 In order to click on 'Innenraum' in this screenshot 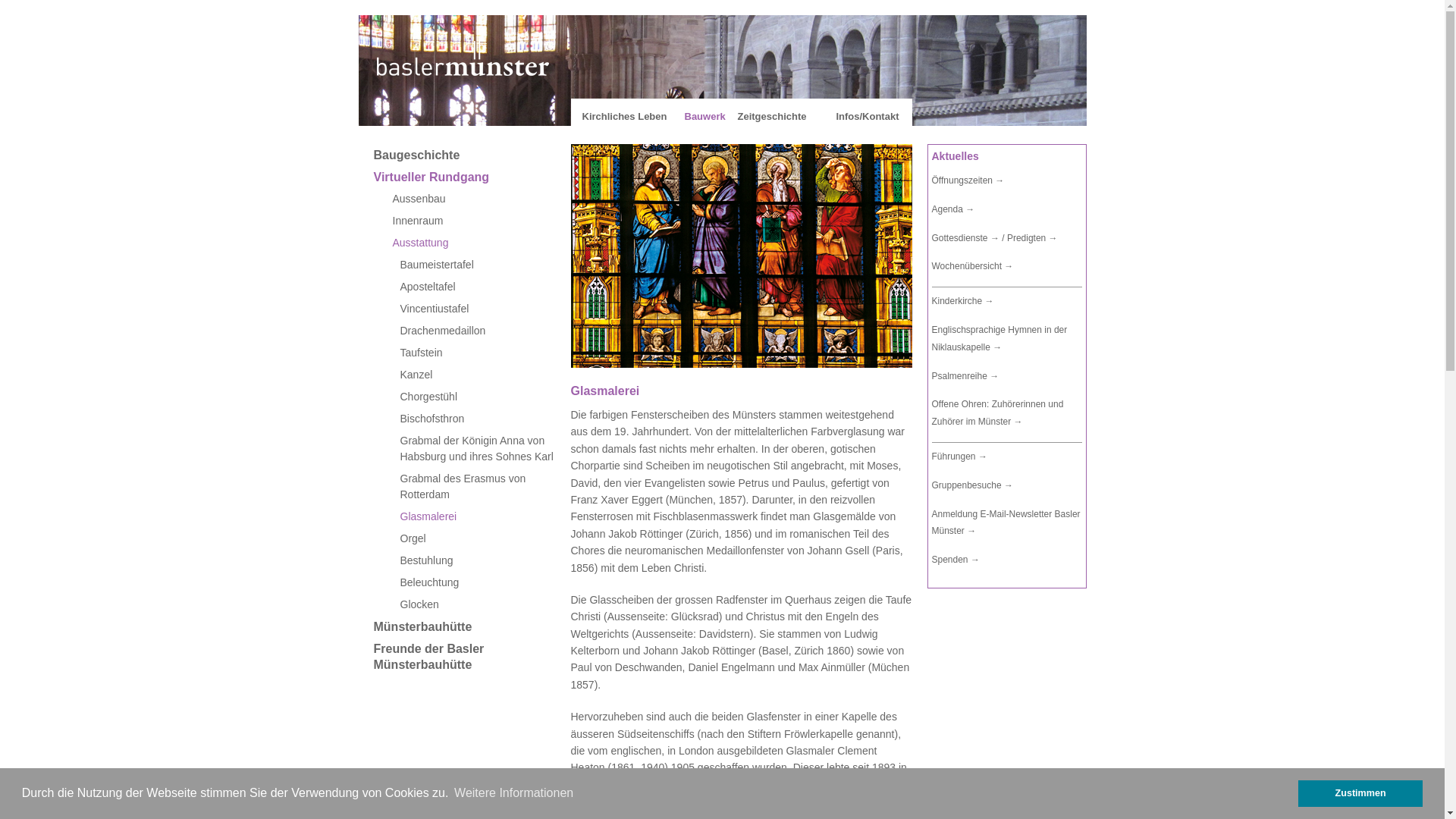, I will do `click(475, 221)`.